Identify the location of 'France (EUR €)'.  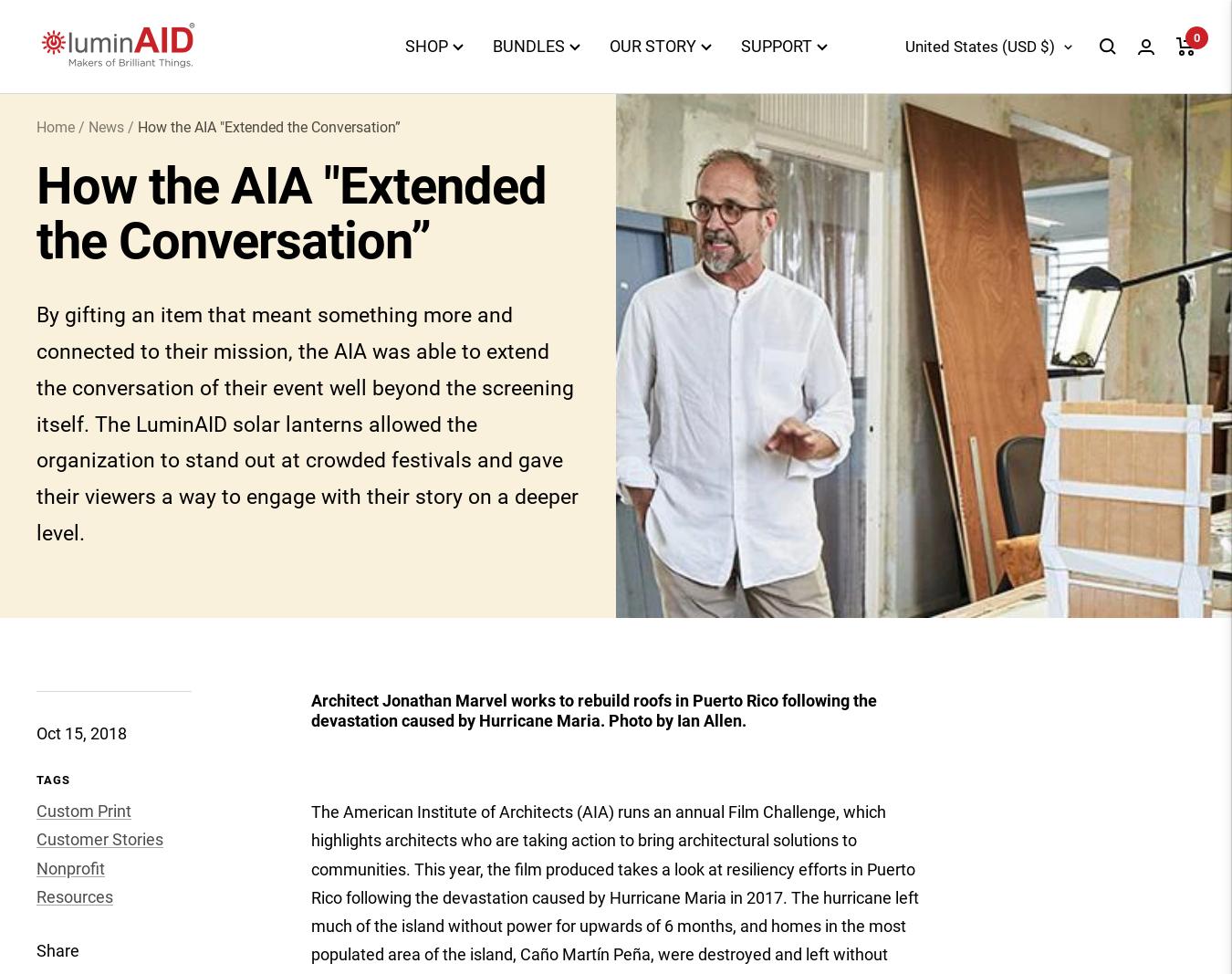
(832, 775).